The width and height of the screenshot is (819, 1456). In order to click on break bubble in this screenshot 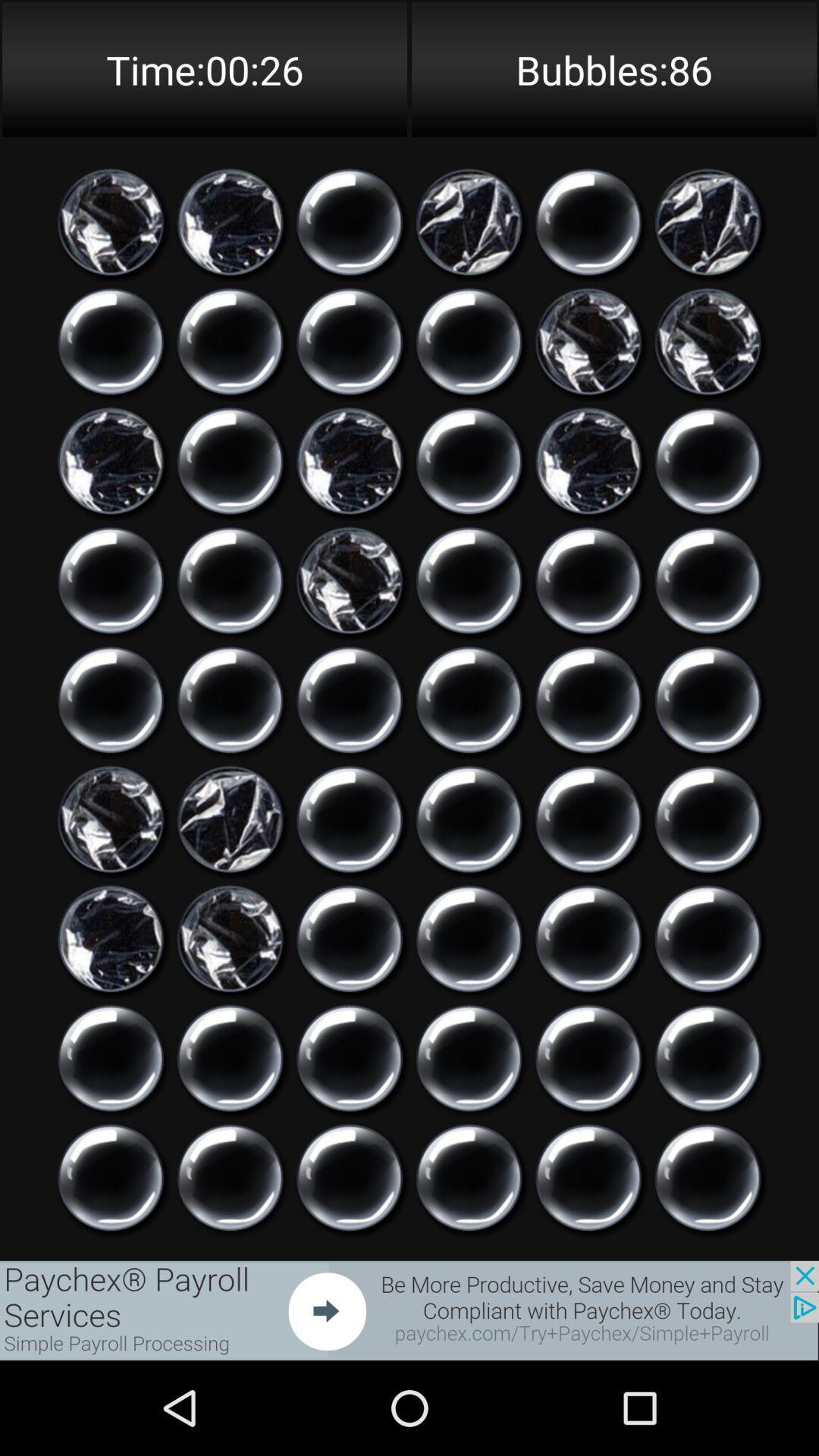, I will do `click(230, 699)`.